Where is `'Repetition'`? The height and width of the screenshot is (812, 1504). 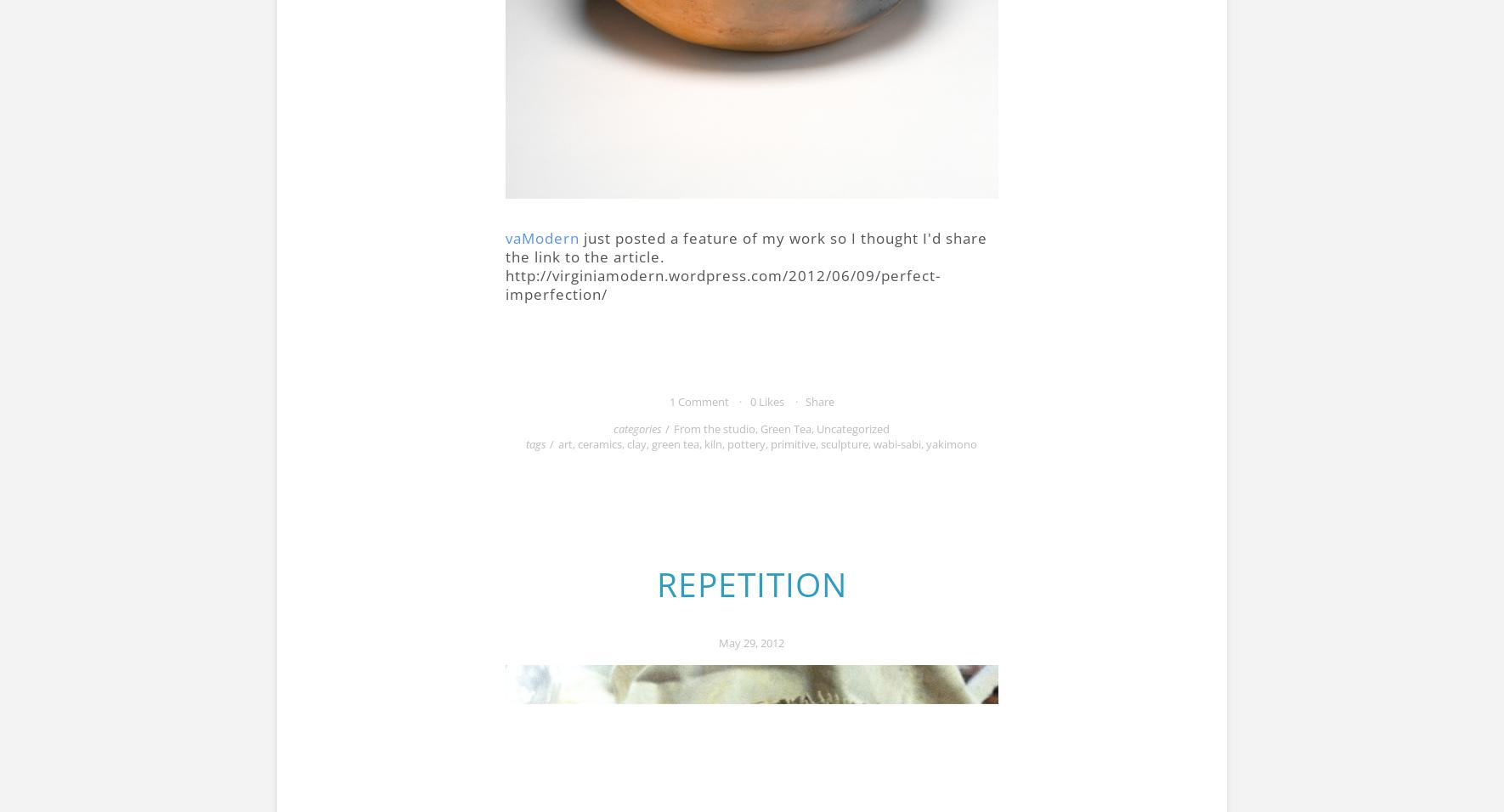 'Repetition' is located at coordinates (750, 584).